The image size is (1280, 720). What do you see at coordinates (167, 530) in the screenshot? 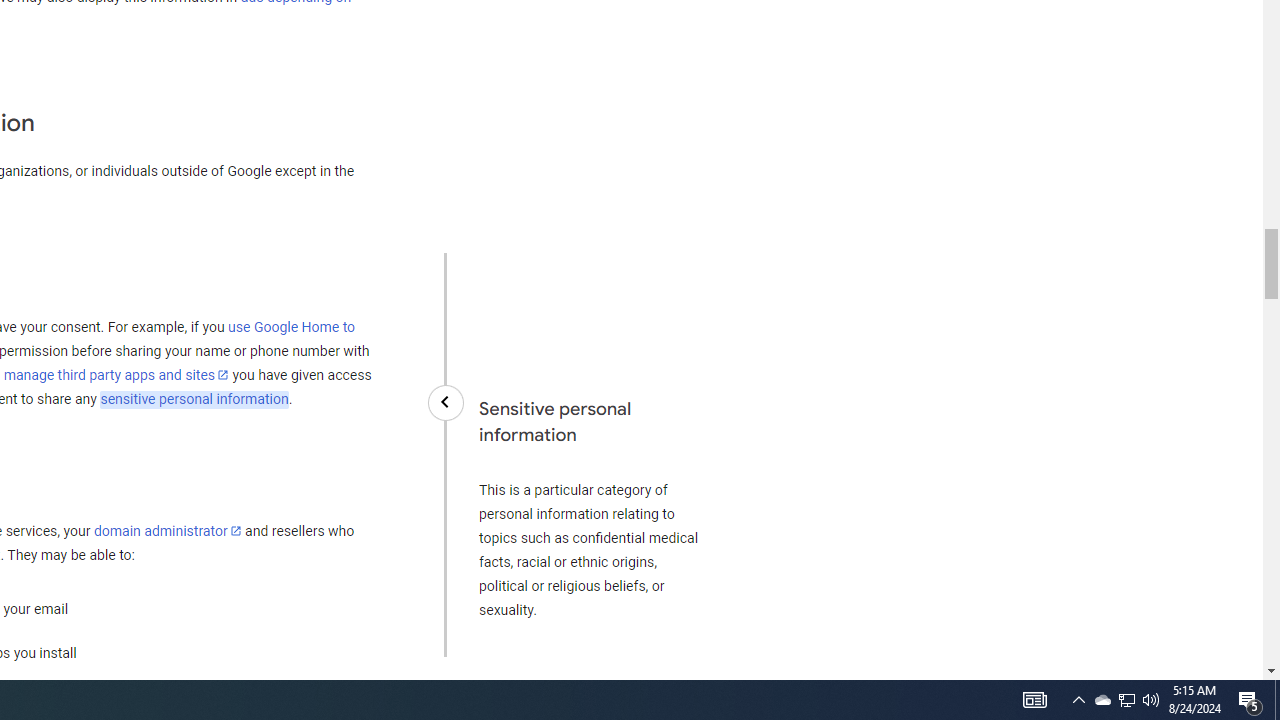
I see `'domain administrator'` at bounding box center [167, 530].